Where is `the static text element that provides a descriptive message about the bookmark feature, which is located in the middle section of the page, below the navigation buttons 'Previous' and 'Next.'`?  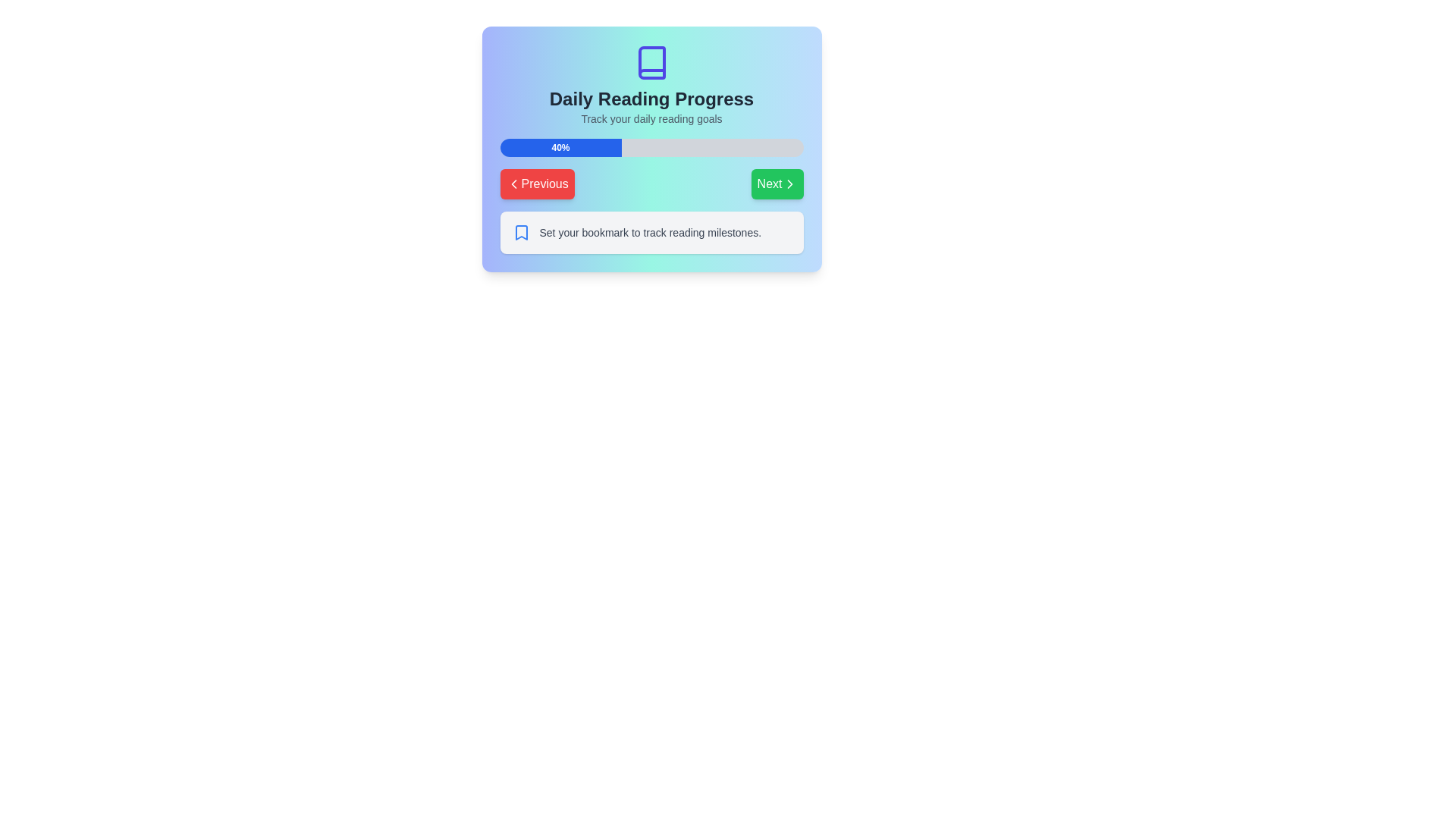 the static text element that provides a descriptive message about the bookmark feature, which is located in the middle section of the page, below the navigation buttons 'Previous' and 'Next.' is located at coordinates (650, 233).